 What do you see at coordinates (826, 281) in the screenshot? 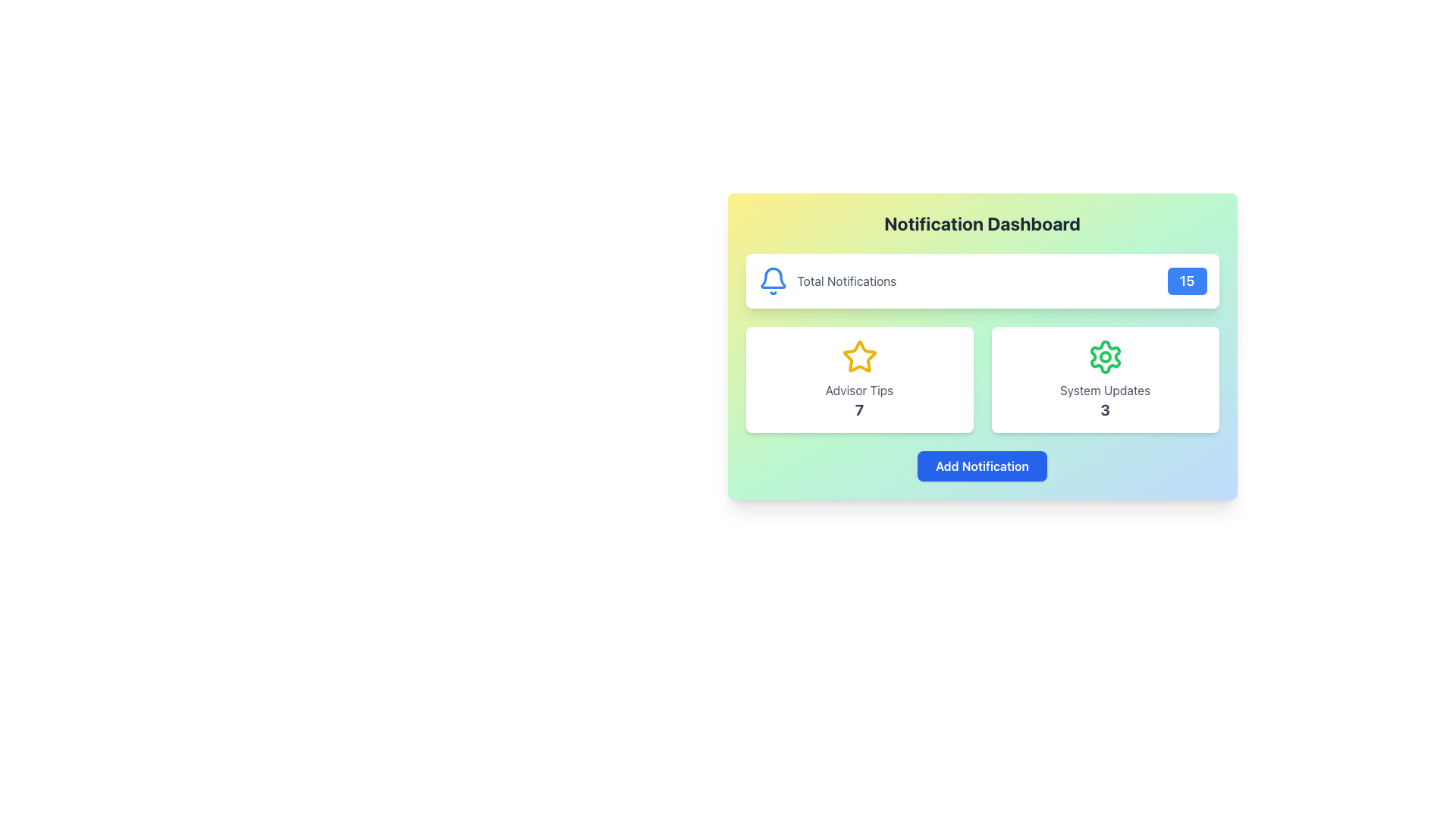
I see `the icon and text label indicating the total number of notifications on the dashboard` at bounding box center [826, 281].